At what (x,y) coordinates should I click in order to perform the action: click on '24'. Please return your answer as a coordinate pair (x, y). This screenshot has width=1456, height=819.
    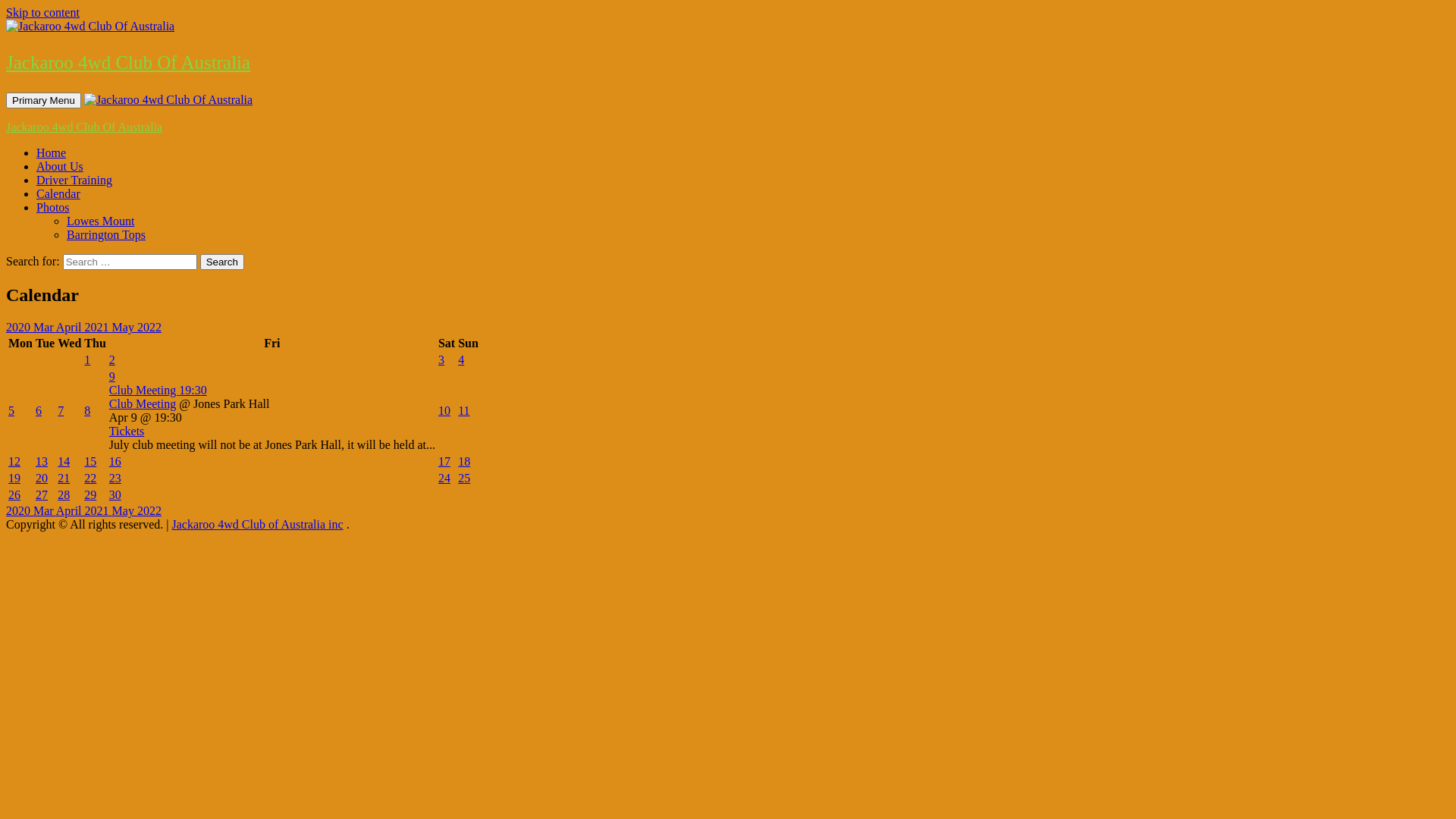
    Looking at the image, I should click on (443, 478).